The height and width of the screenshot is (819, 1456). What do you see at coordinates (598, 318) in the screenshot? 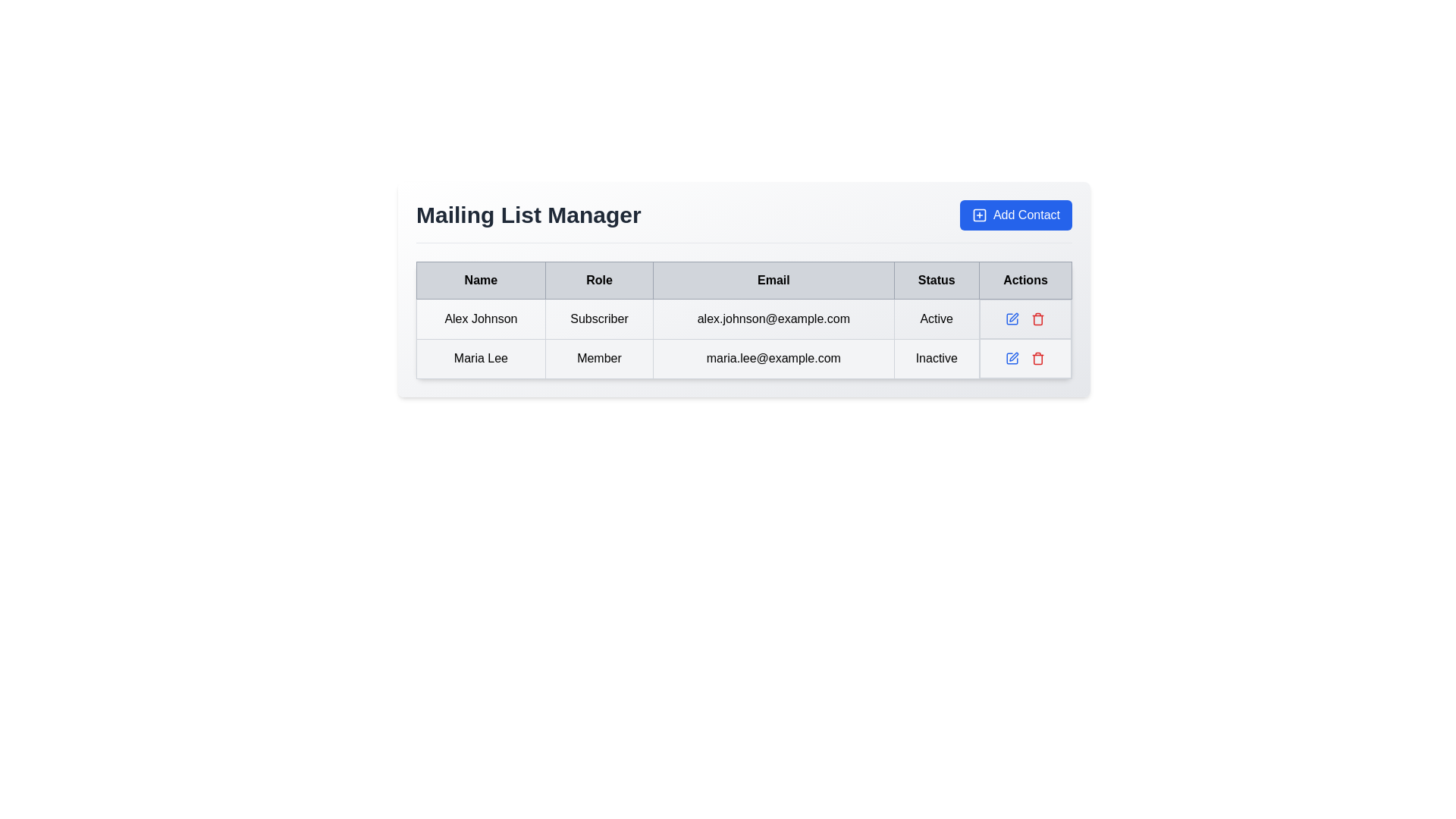
I see `the 'Subscriber' text label in the Role column of the table row for 'Alex Johnson'` at bounding box center [598, 318].